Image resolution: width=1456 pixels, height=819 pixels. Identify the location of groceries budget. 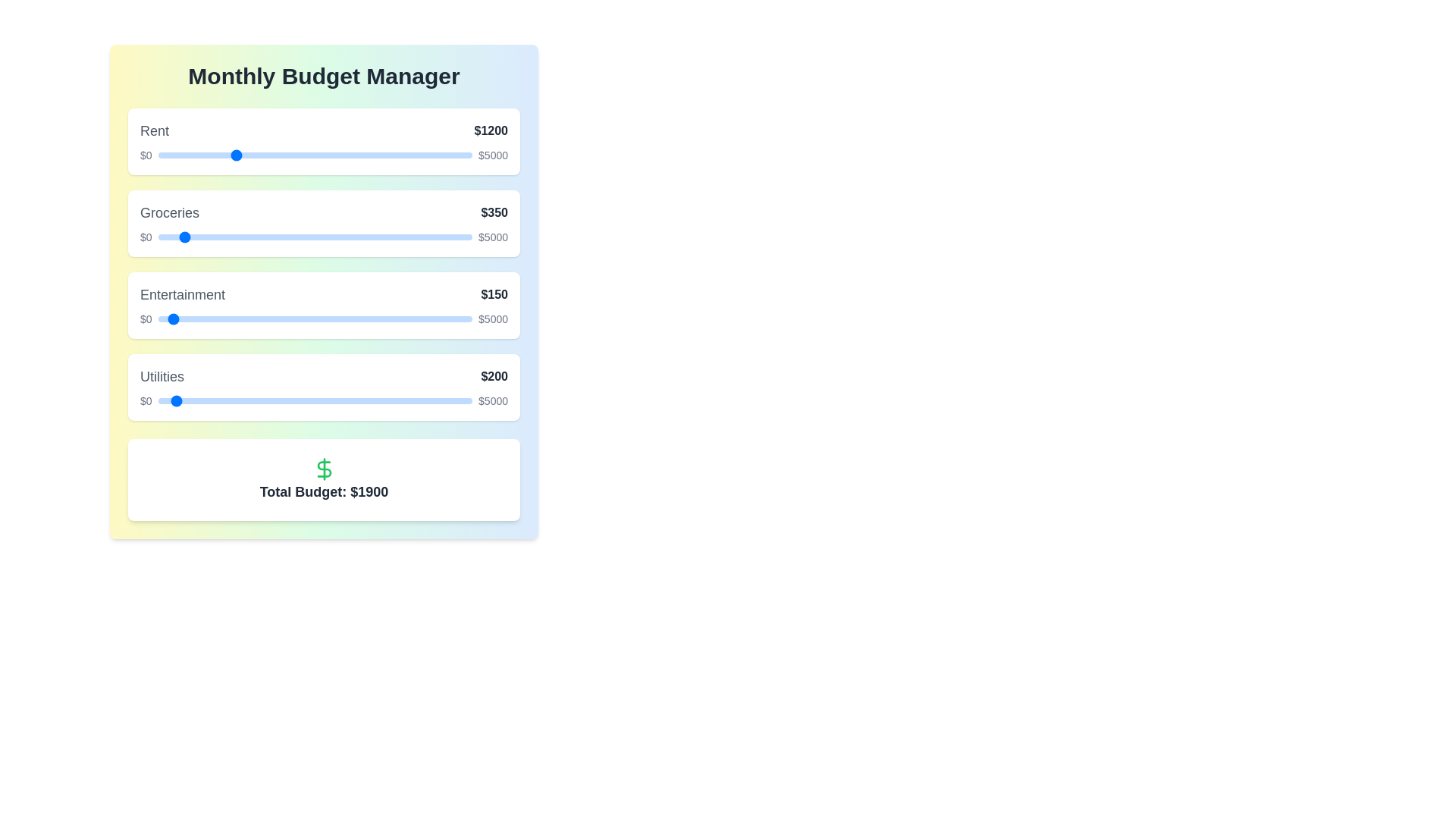
(287, 237).